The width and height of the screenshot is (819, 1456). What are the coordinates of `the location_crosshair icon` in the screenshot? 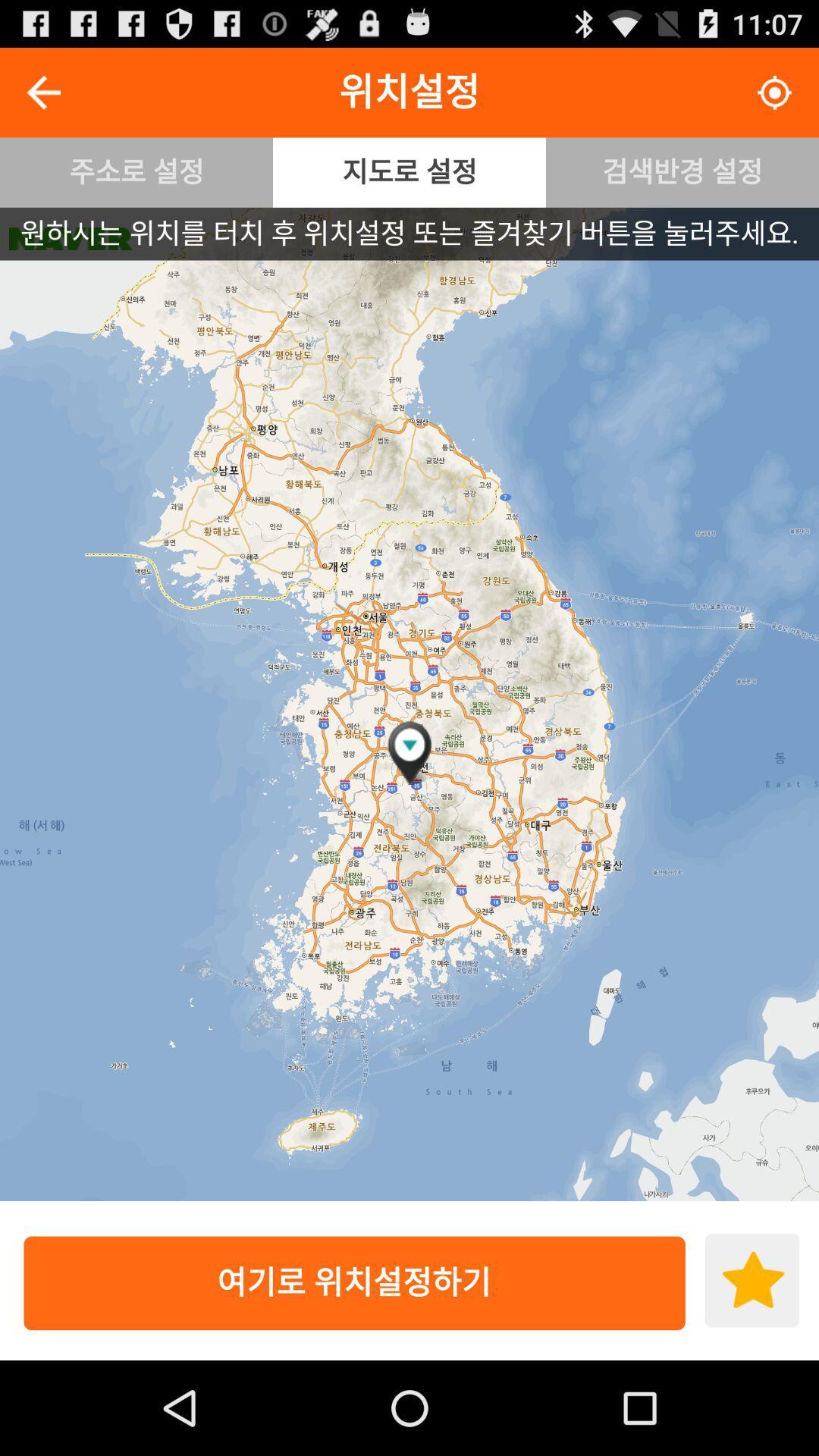 It's located at (774, 98).